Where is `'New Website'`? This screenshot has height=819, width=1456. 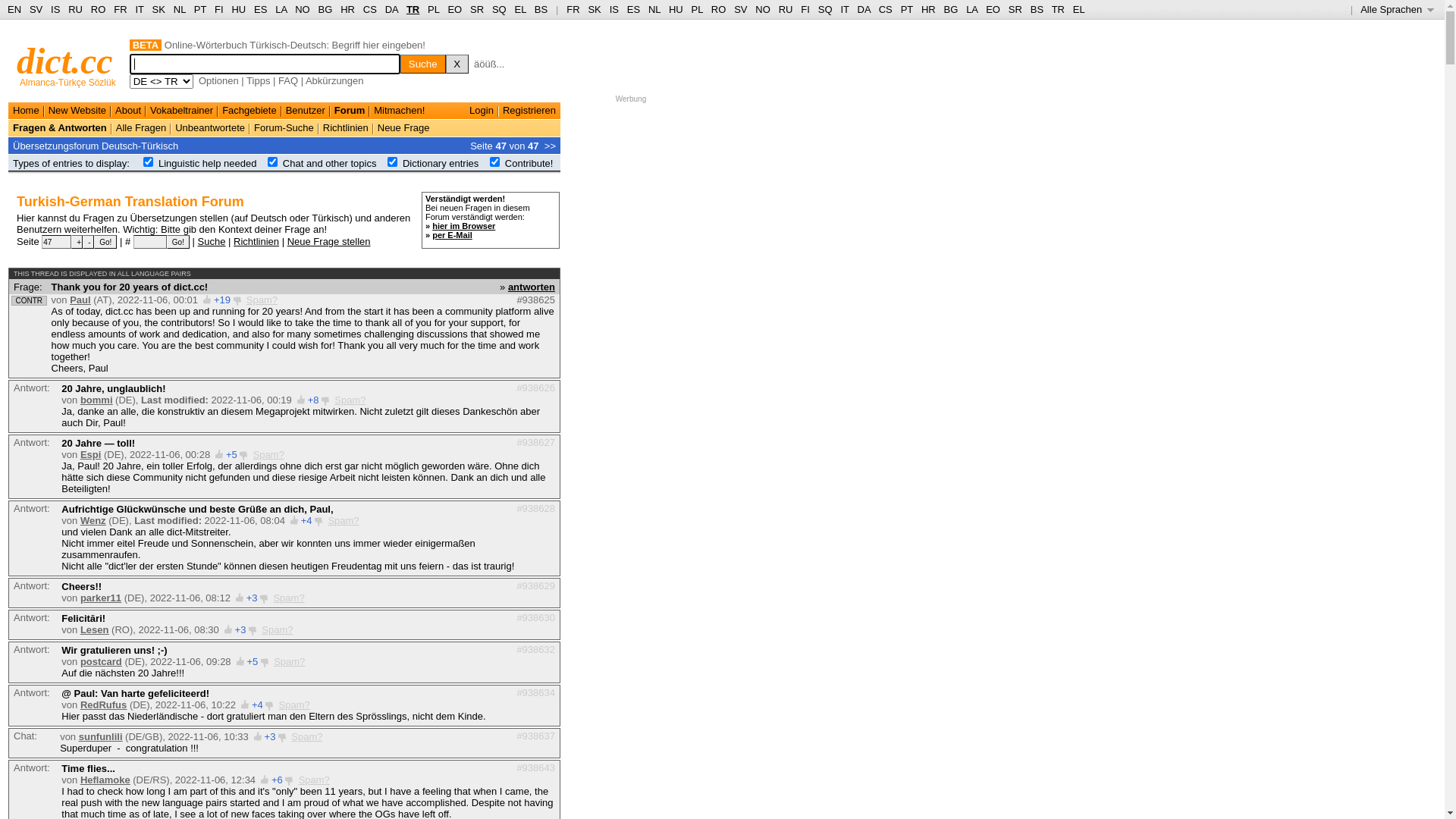 'New Website' is located at coordinates (48, 109).